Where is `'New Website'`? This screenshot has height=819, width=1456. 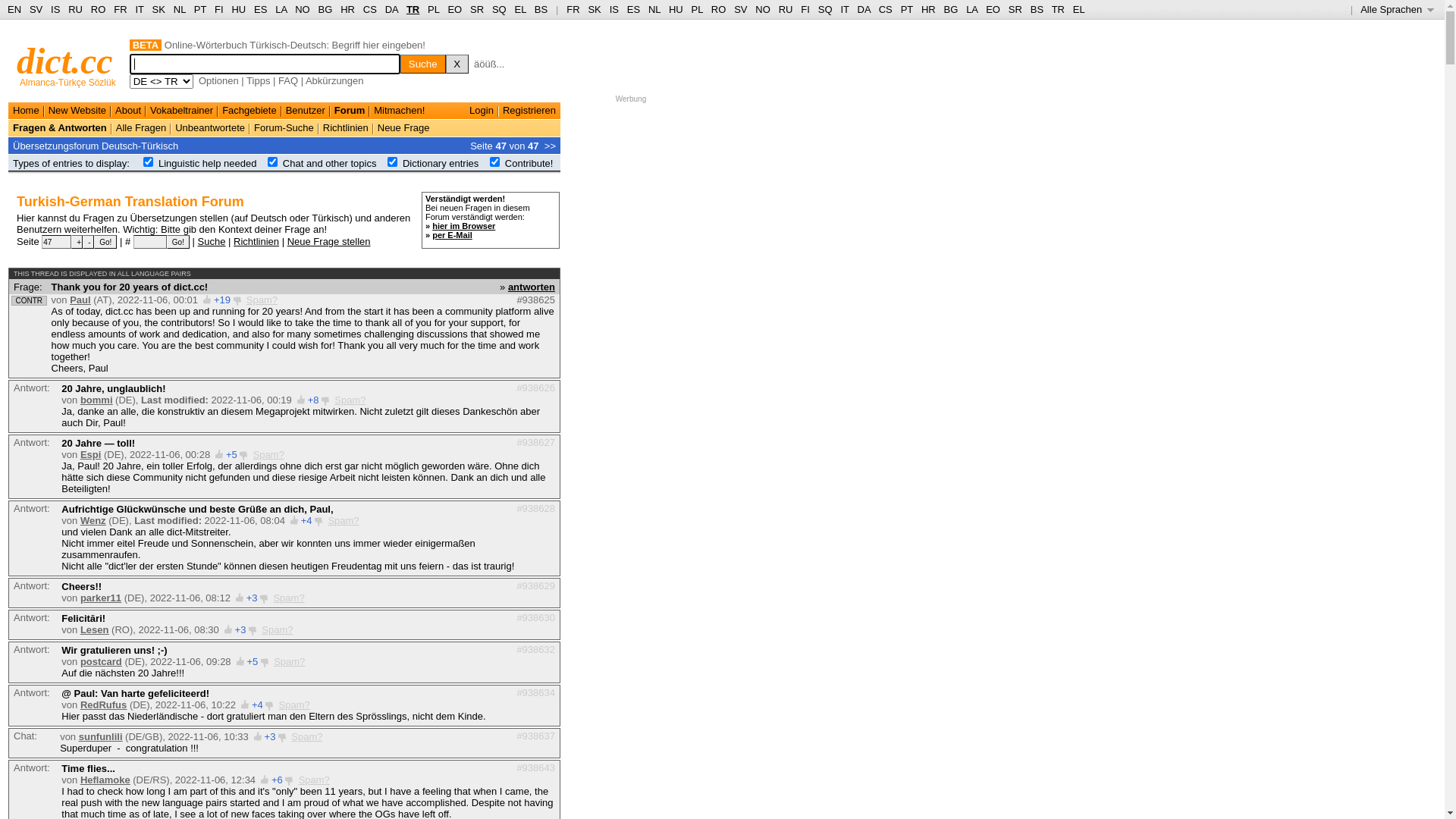 'New Website' is located at coordinates (48, 109).